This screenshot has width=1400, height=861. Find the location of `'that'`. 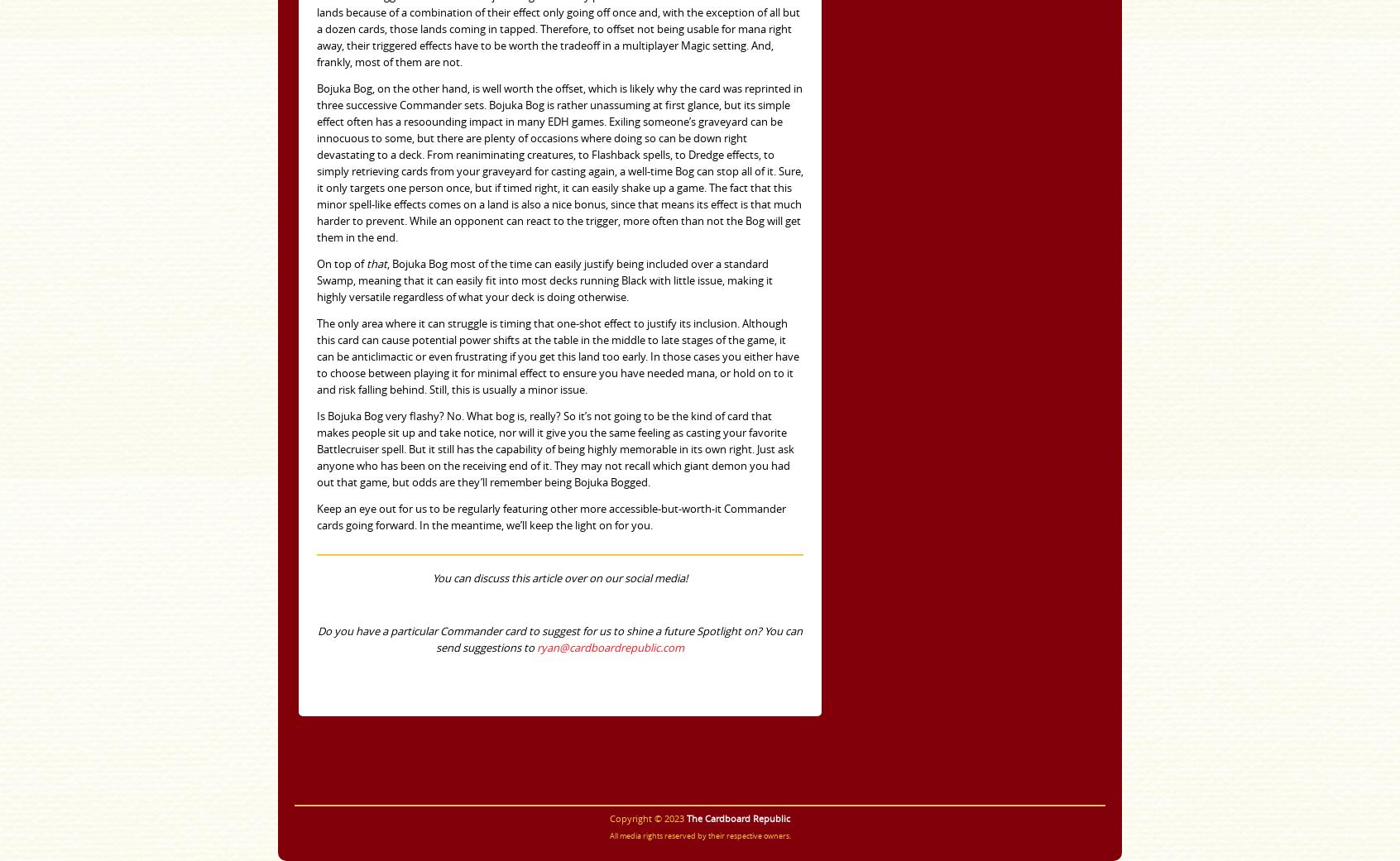

'that' is located at coordinates (376, 264).